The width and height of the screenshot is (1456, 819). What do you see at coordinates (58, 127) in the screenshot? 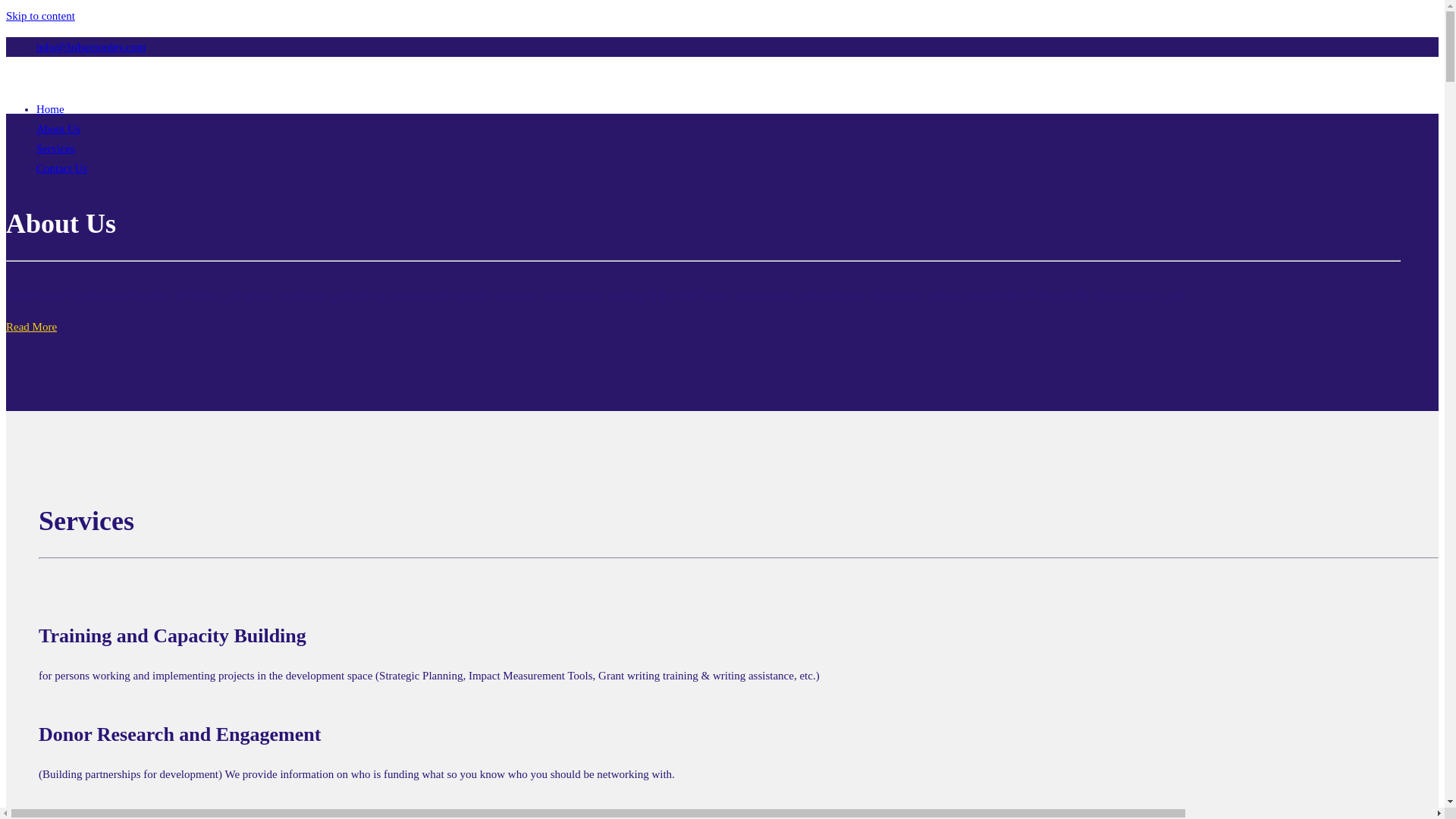
I see `'About Us'` at bounding box center [58, 127].